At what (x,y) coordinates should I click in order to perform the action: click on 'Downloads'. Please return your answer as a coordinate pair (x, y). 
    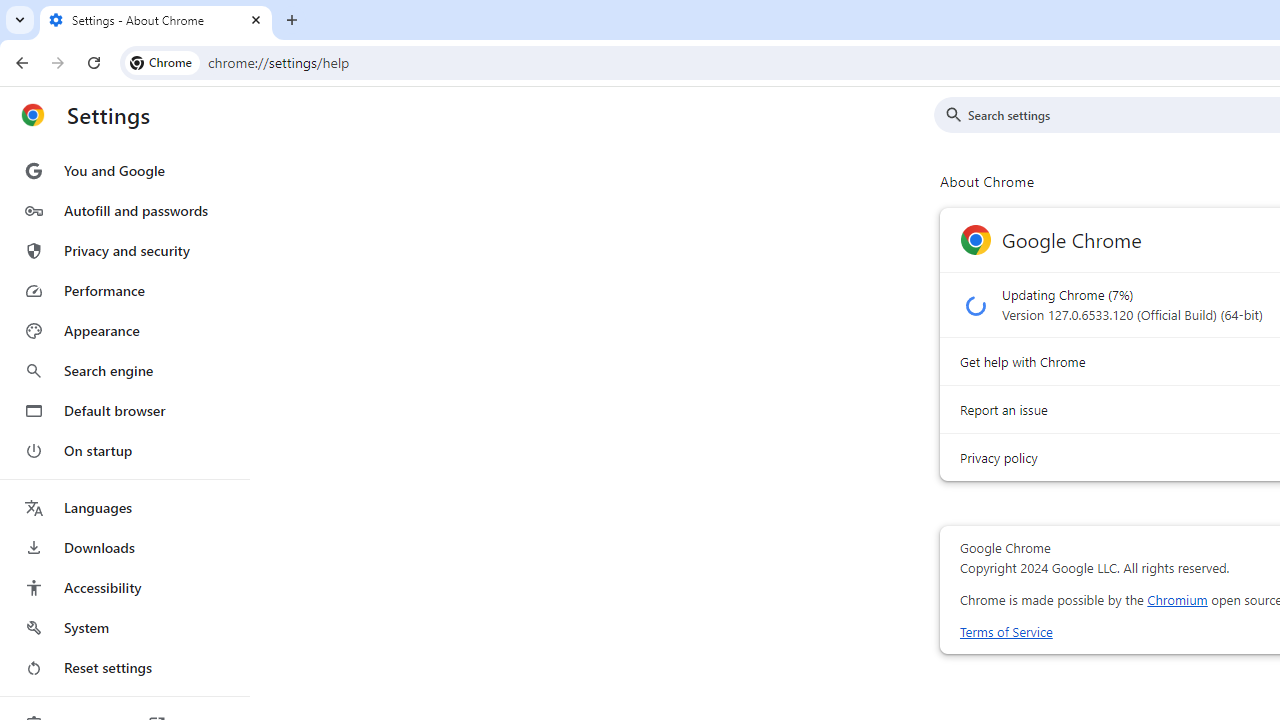
    Looking at the image, I should click on (123, 547).